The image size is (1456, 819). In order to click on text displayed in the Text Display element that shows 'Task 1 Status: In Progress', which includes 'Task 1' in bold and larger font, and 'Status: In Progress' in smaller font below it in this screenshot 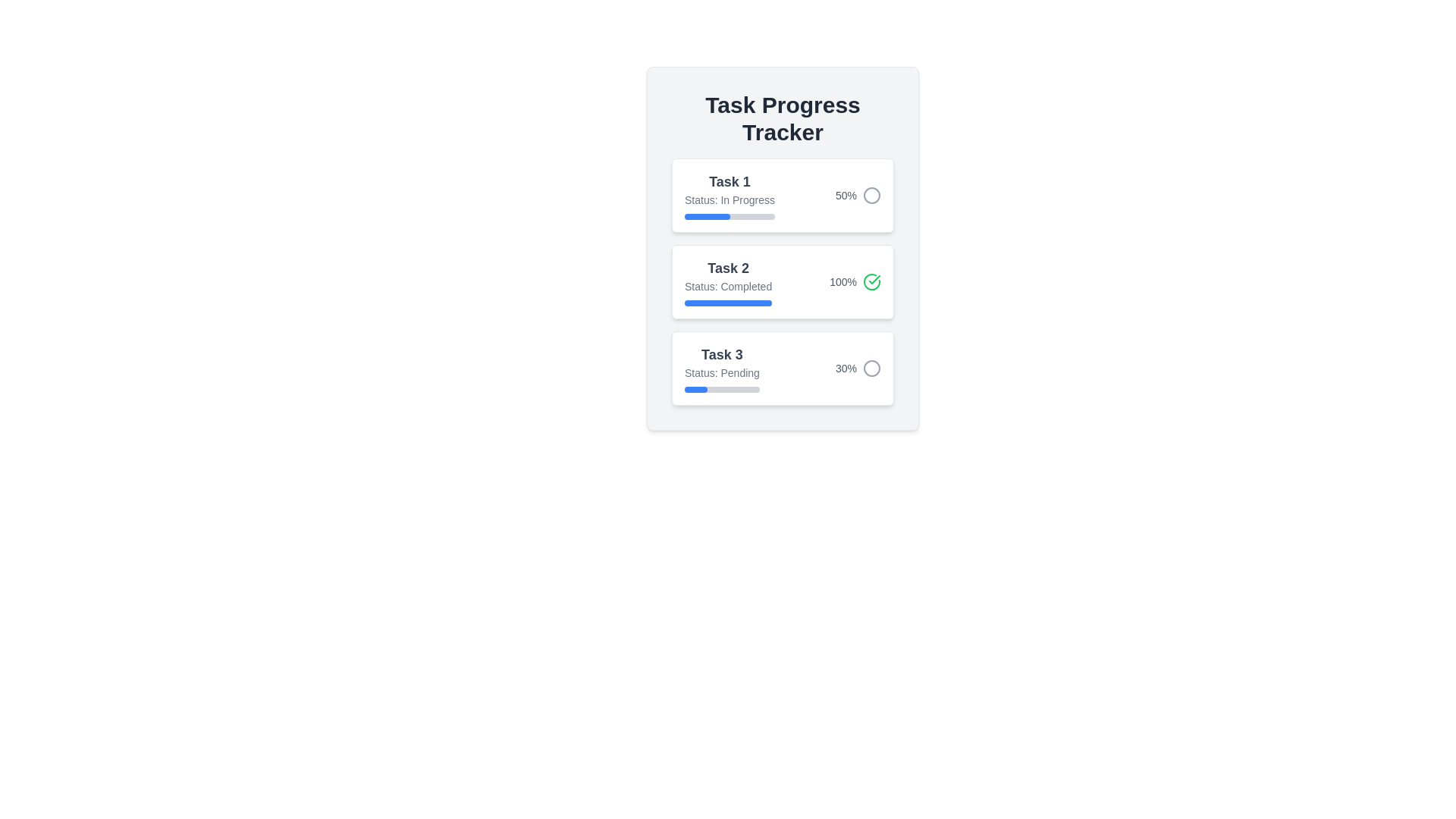, I will do `click(730, 195)`.